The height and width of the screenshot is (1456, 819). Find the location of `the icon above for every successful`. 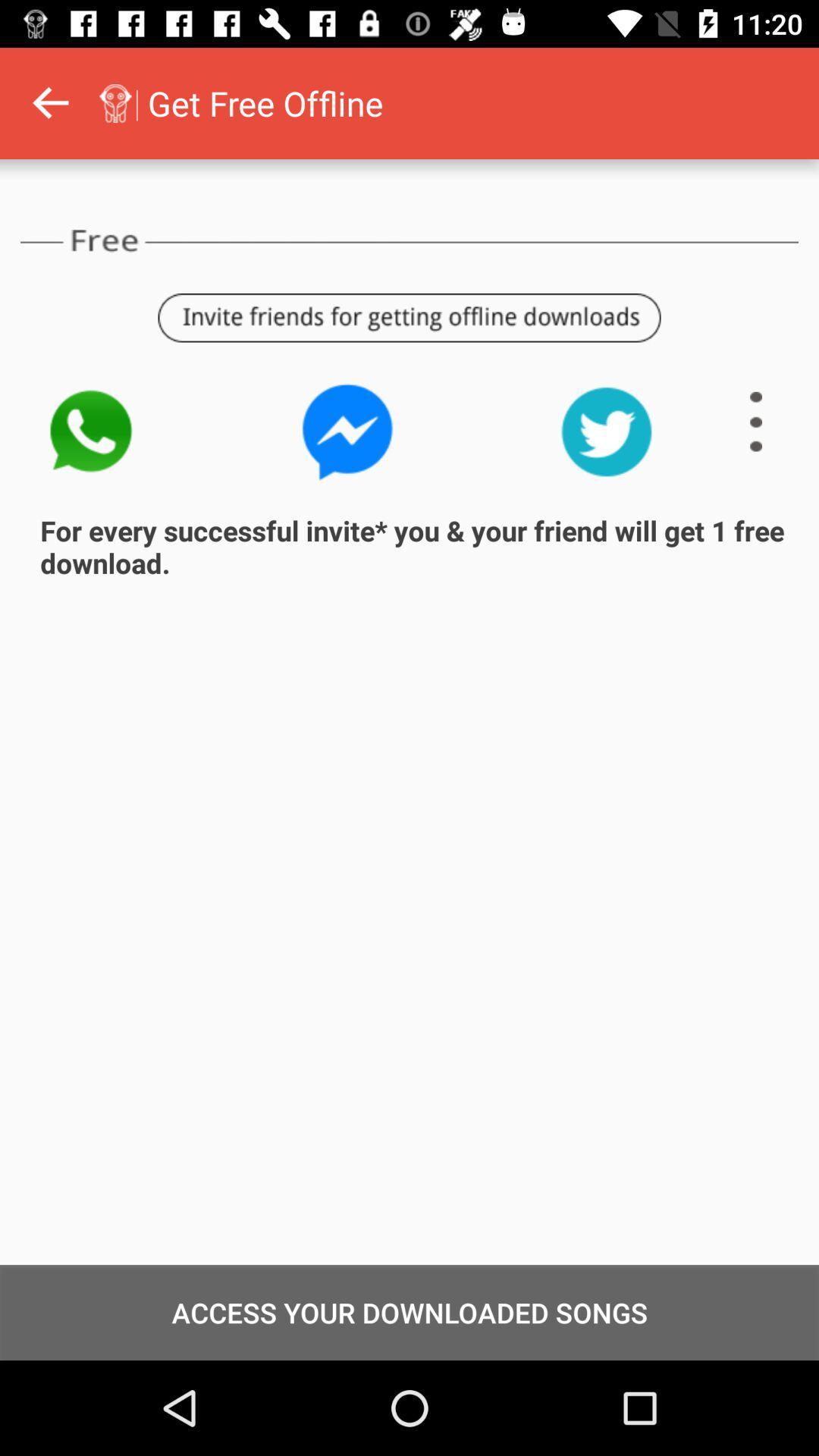

the icon above for every successful is located at coordinates (89, 431).